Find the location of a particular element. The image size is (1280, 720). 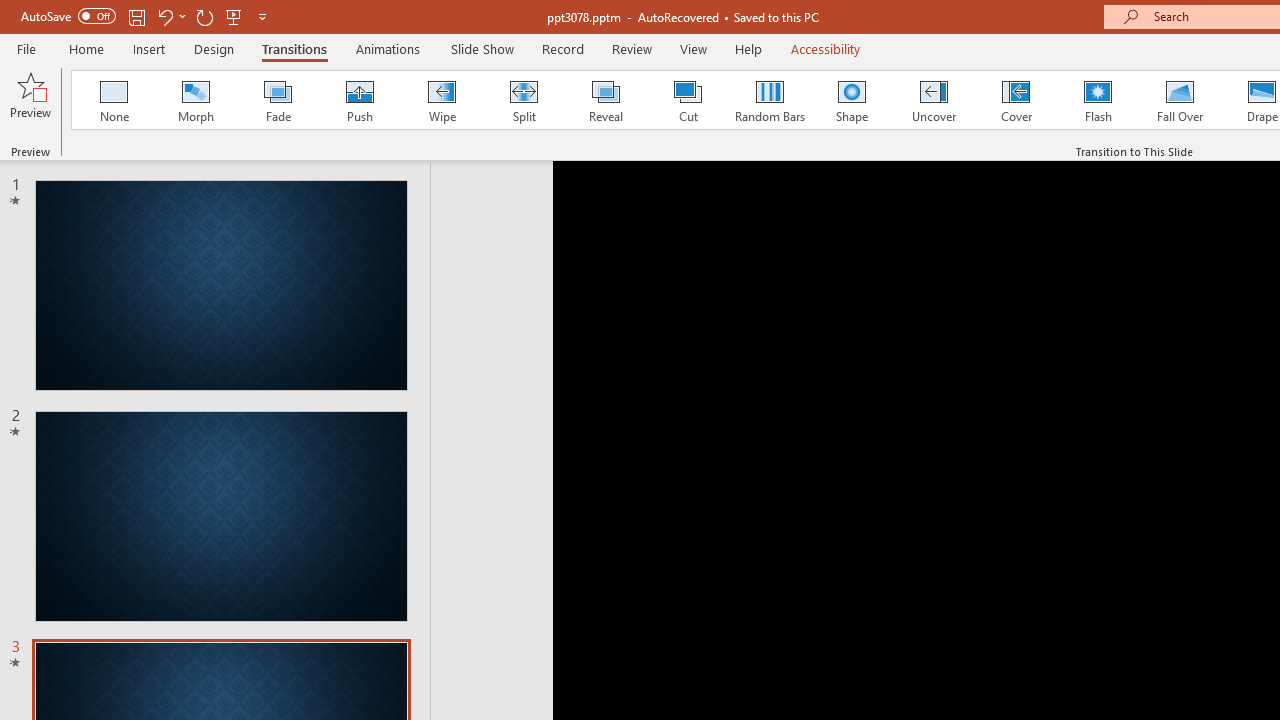

'Fall Over' is located at coordinates (1180, 100).